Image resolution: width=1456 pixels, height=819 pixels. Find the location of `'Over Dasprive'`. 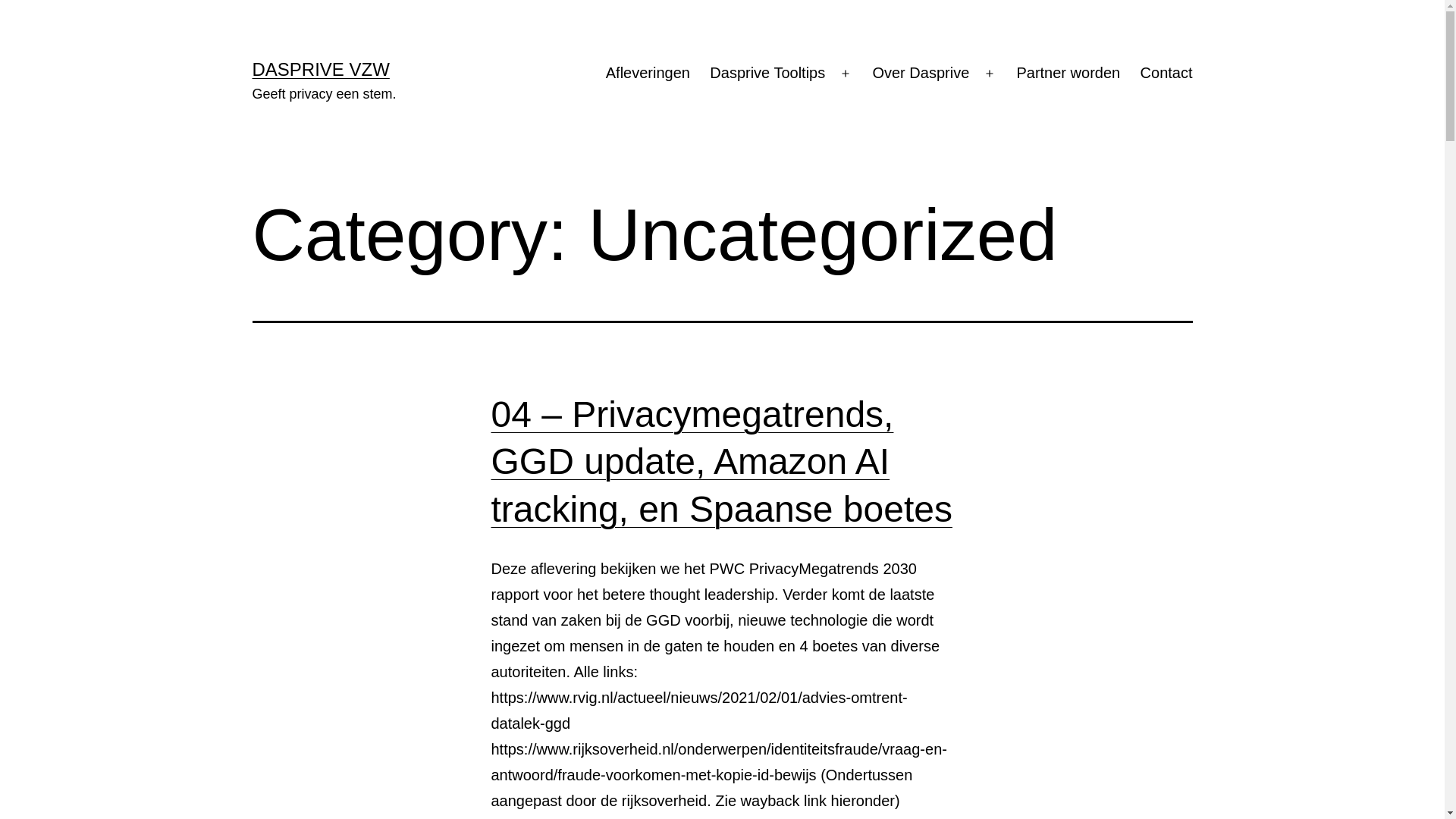

'Over Dasprive' is located at coordinates (920, 73).